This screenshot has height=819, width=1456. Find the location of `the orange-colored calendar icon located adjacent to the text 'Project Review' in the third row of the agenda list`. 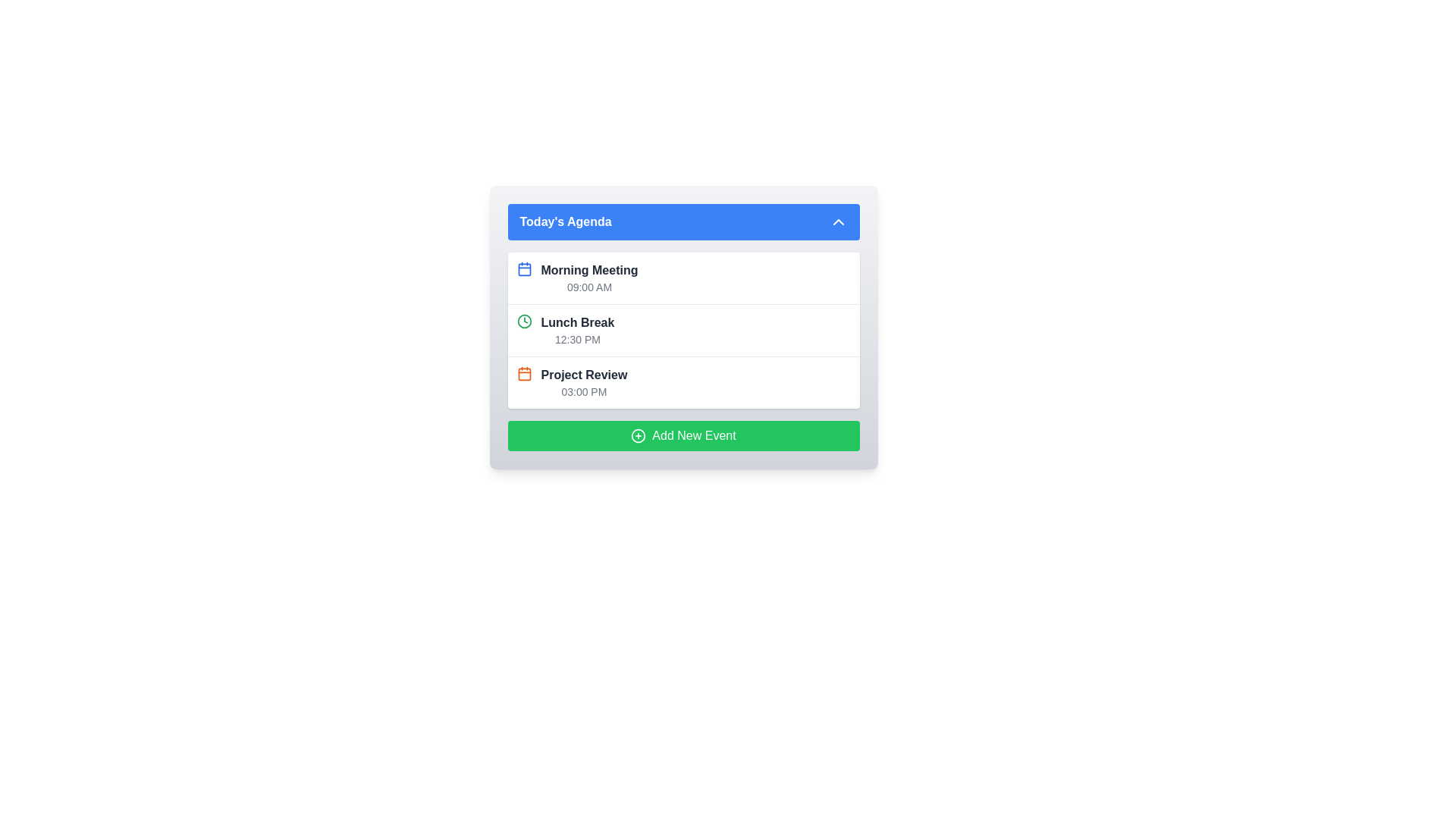

the orange-colored calendar icon located adjacent to the text 'Project Review' in the third row of the agenda list is located at coordinates (524, 374).